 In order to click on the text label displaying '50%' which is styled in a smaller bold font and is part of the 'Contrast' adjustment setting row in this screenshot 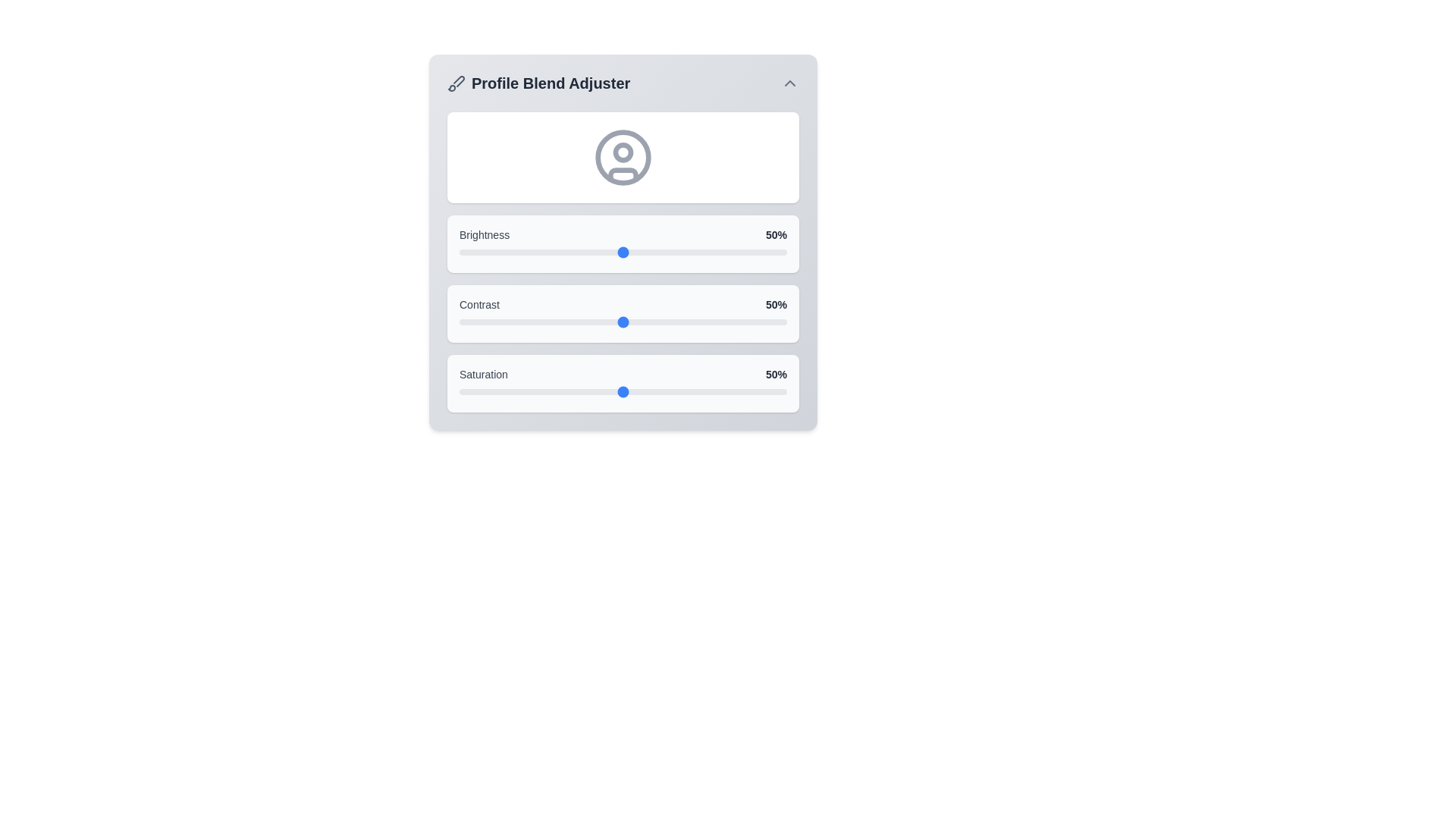, I will do `click(776, 304)`.